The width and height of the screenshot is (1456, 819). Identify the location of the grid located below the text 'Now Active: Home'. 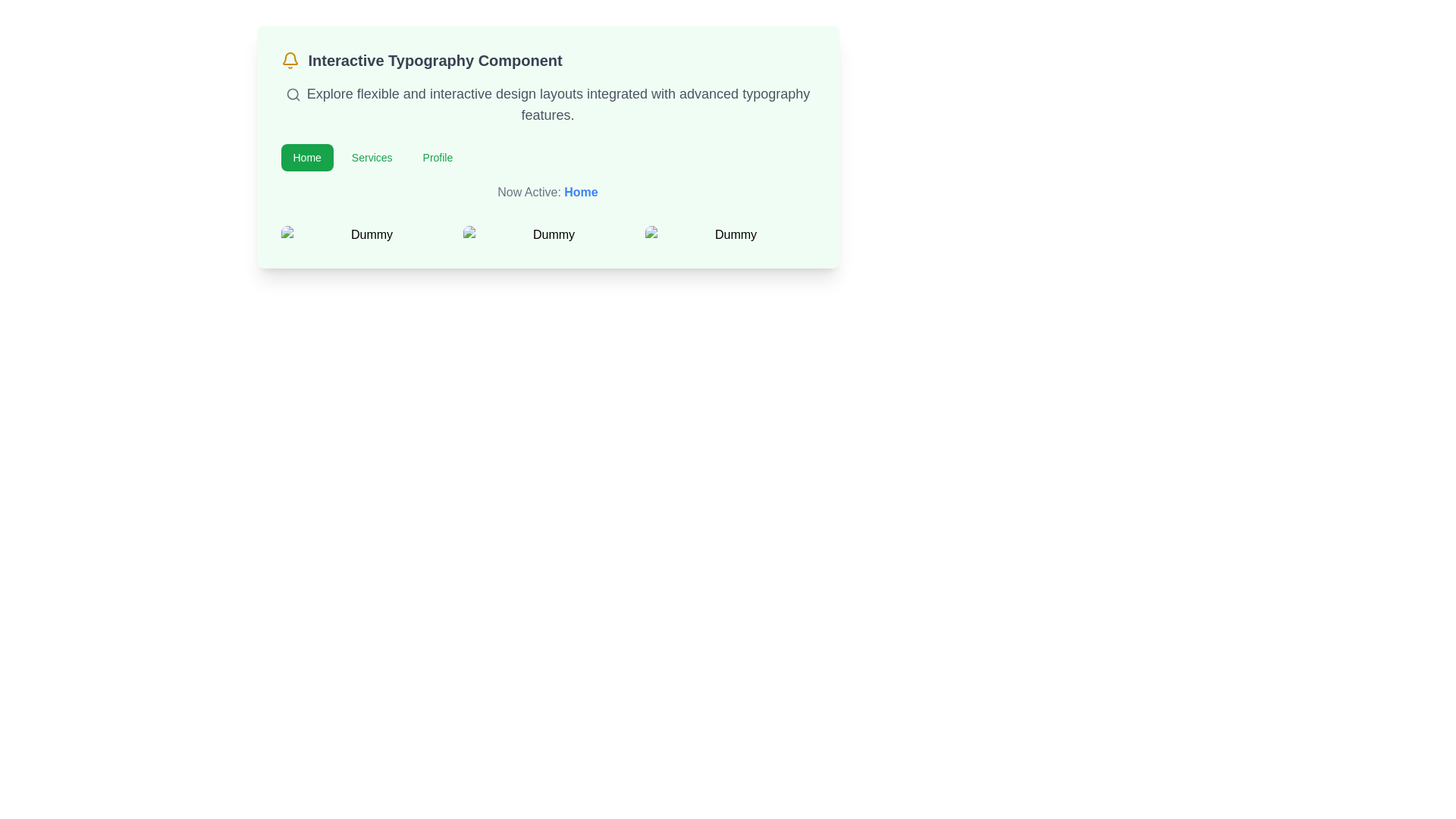
(547, 234).